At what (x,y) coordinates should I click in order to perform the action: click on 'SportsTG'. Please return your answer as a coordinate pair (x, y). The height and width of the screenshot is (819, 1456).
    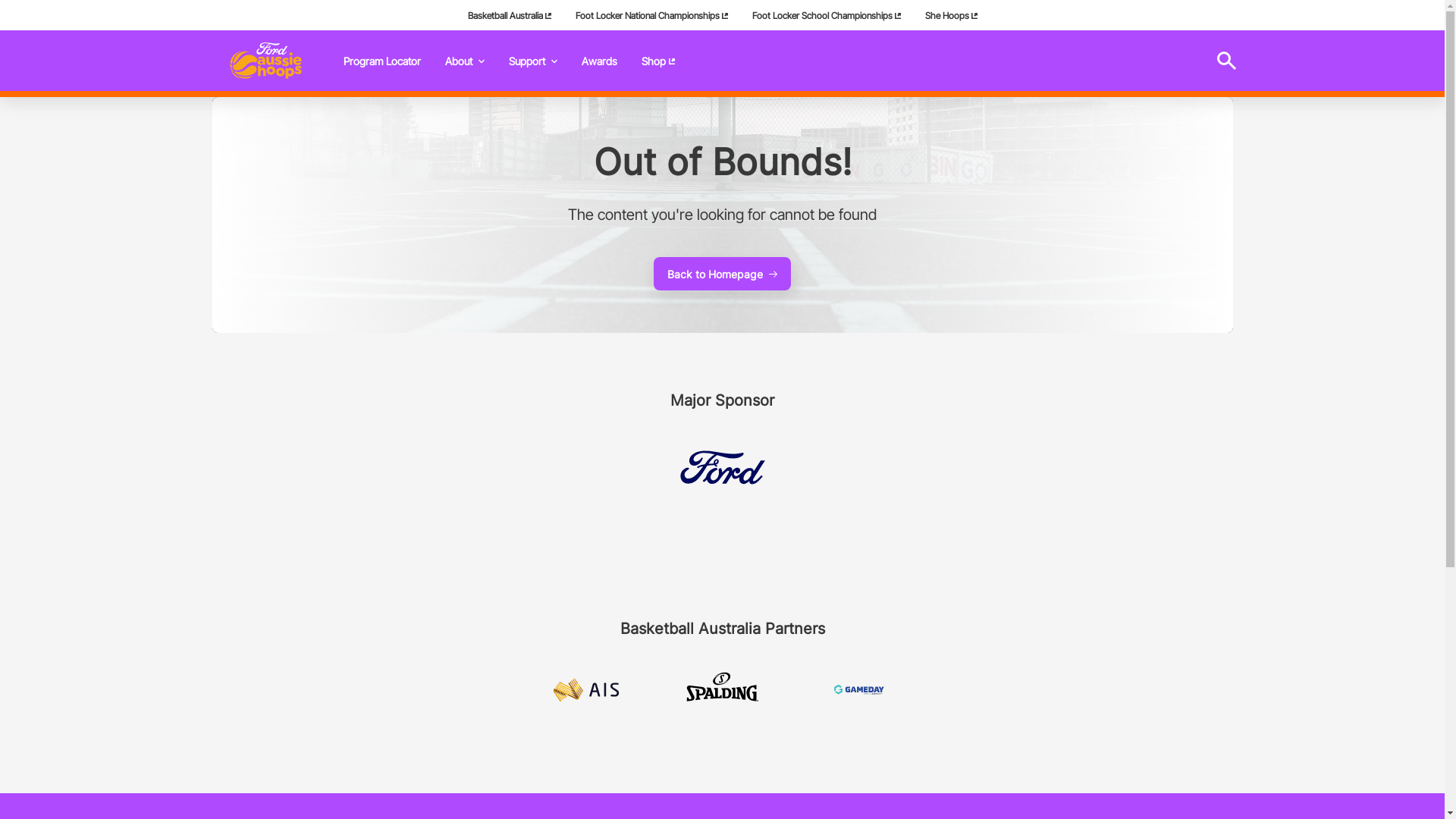
    Looking at the image, I should click on (858, 689).